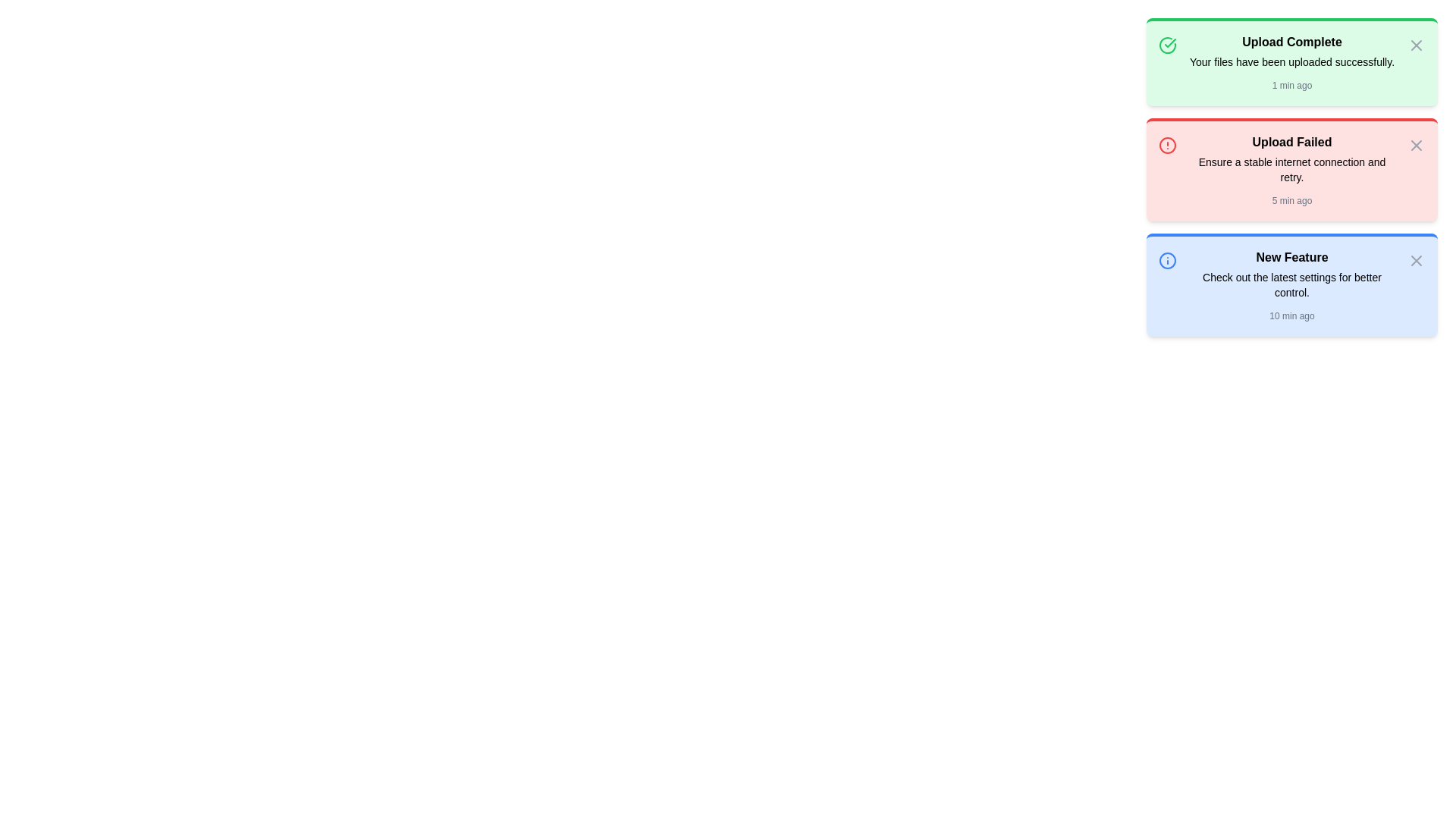 Image resolution: width=1456 pixels, height=819 pixels. Describe the element at coordinates (1415, 259) in the screenshot. I see `the small 'X' icon button in the top-right corner of the notification card` at that location.